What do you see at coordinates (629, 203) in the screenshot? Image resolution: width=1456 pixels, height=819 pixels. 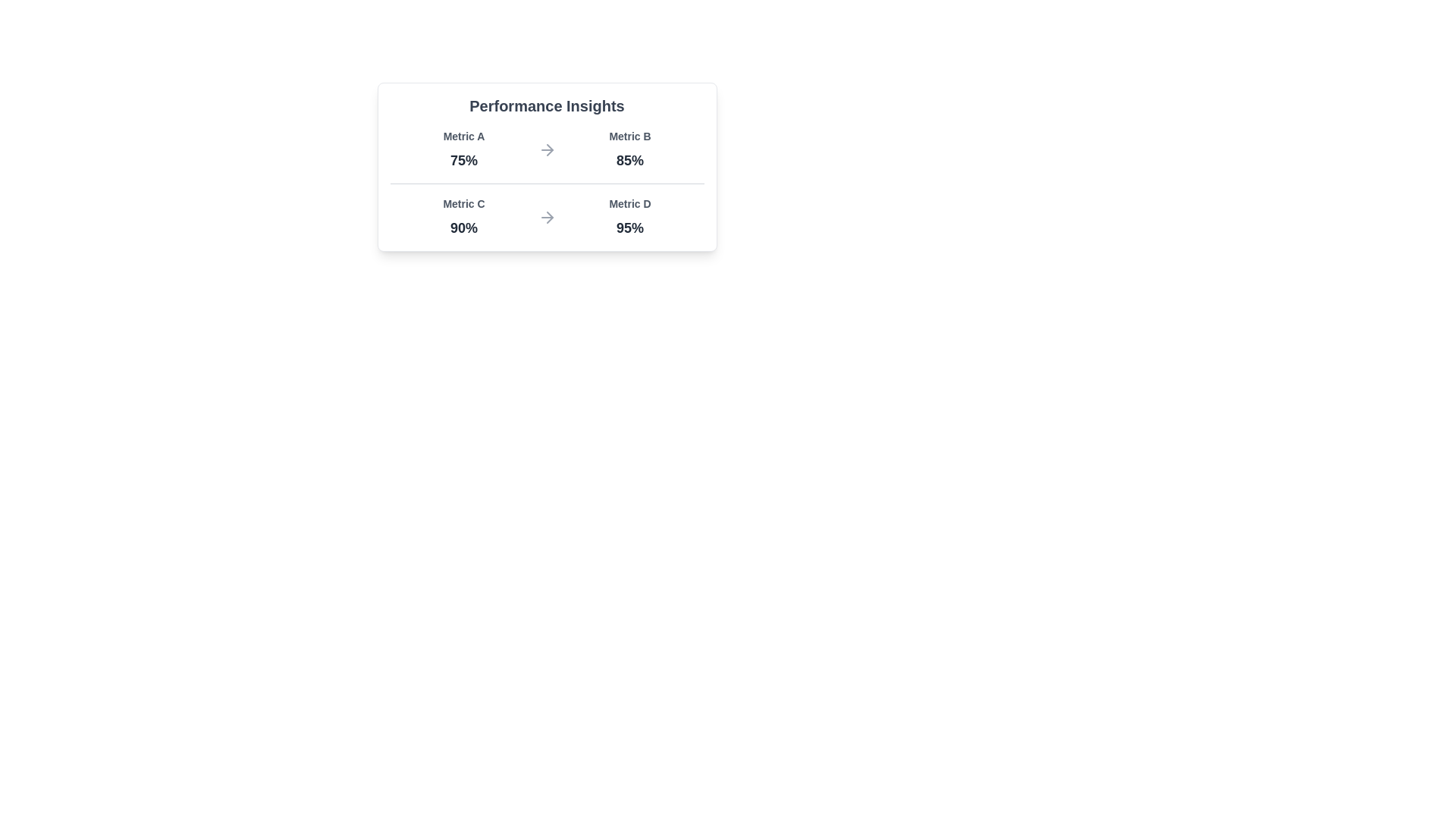 I see `the Text label for 'Metric D' which is positioned above the value '95%'` at bounding box center [629, 203].